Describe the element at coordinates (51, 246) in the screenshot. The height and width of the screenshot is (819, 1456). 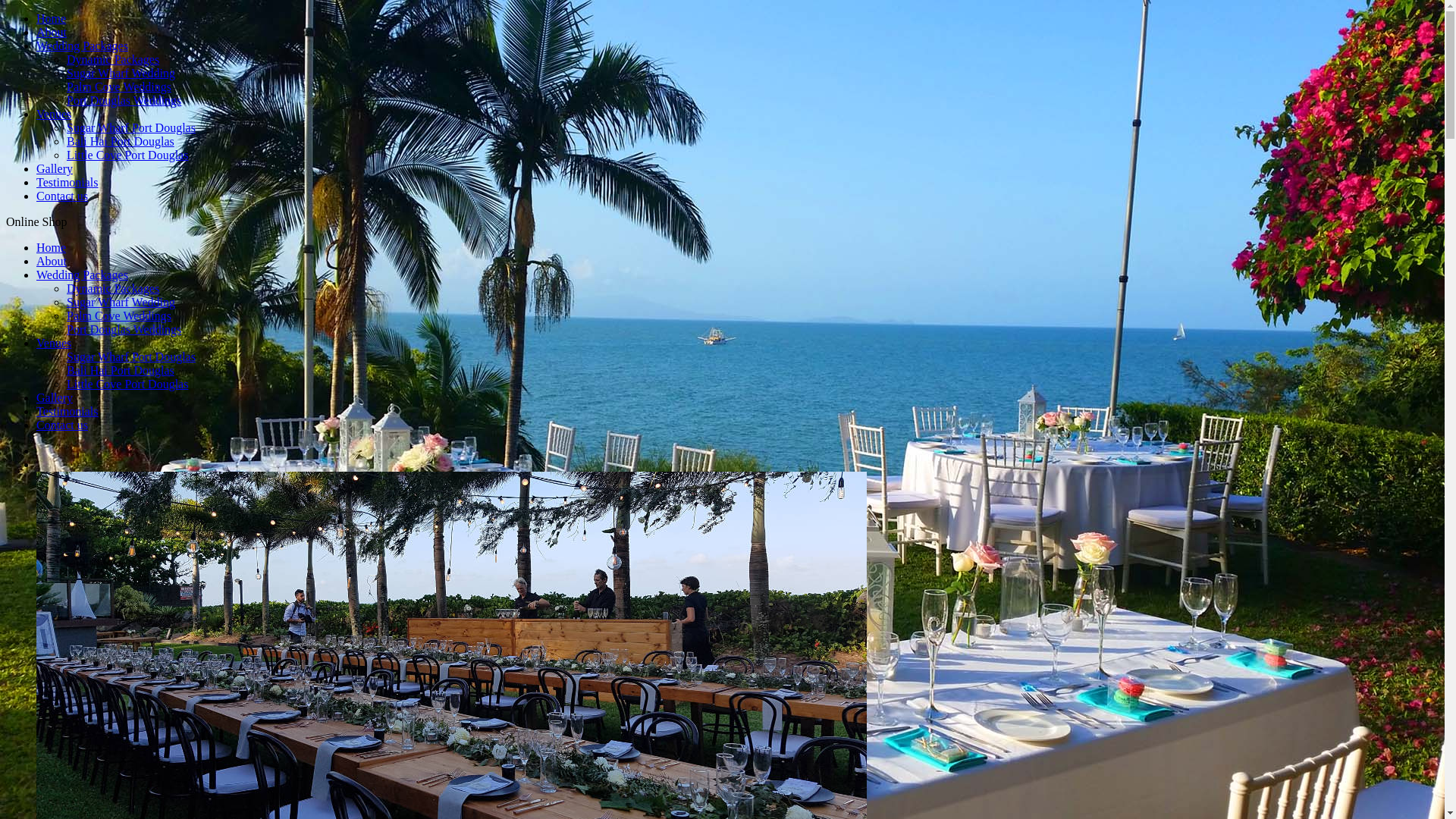
I see `'Home'` at that location.